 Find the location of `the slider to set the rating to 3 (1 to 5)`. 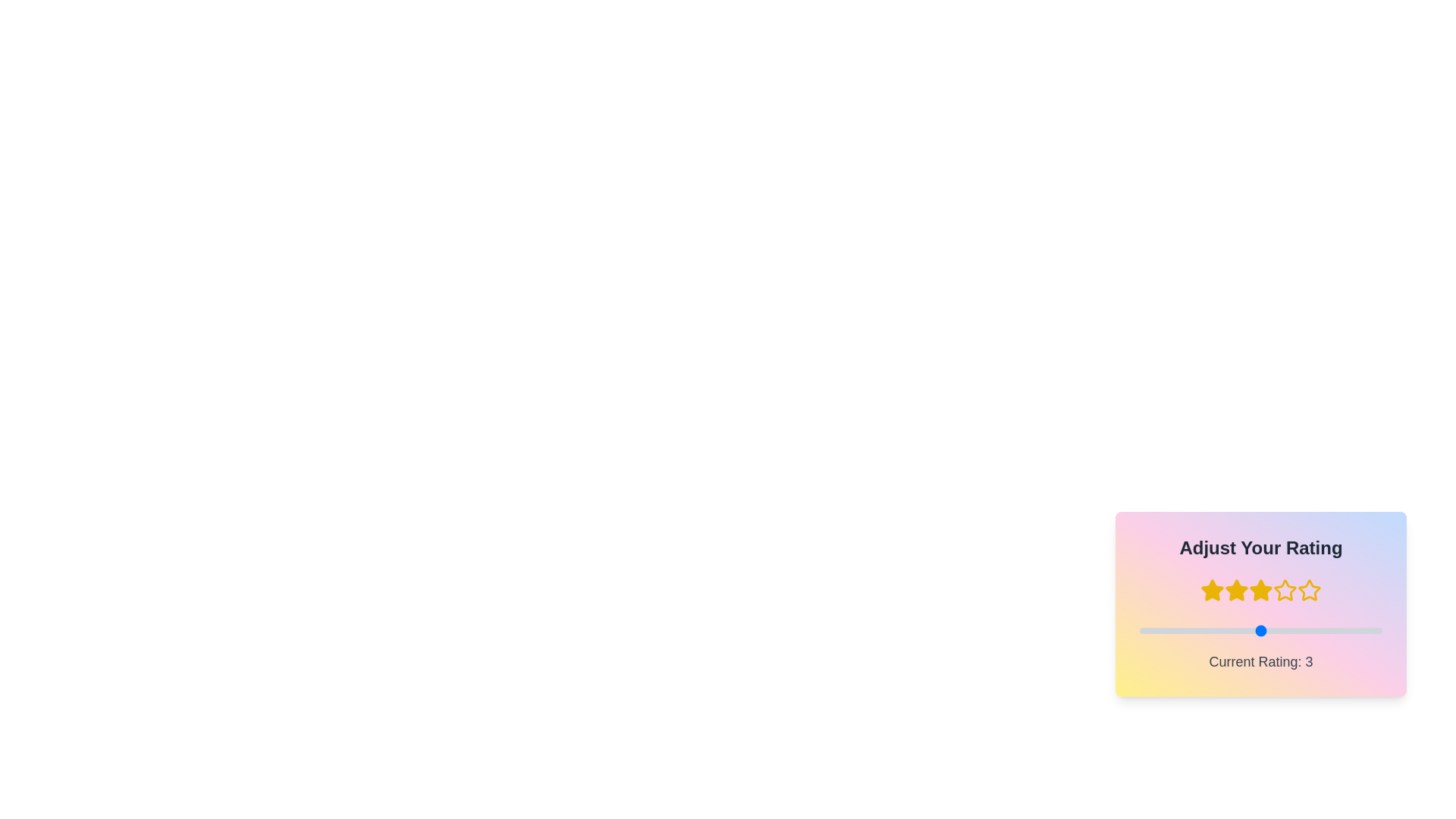

the slider to set the rating to 3 (1 to 5) is located at coordinates (1139, 631).